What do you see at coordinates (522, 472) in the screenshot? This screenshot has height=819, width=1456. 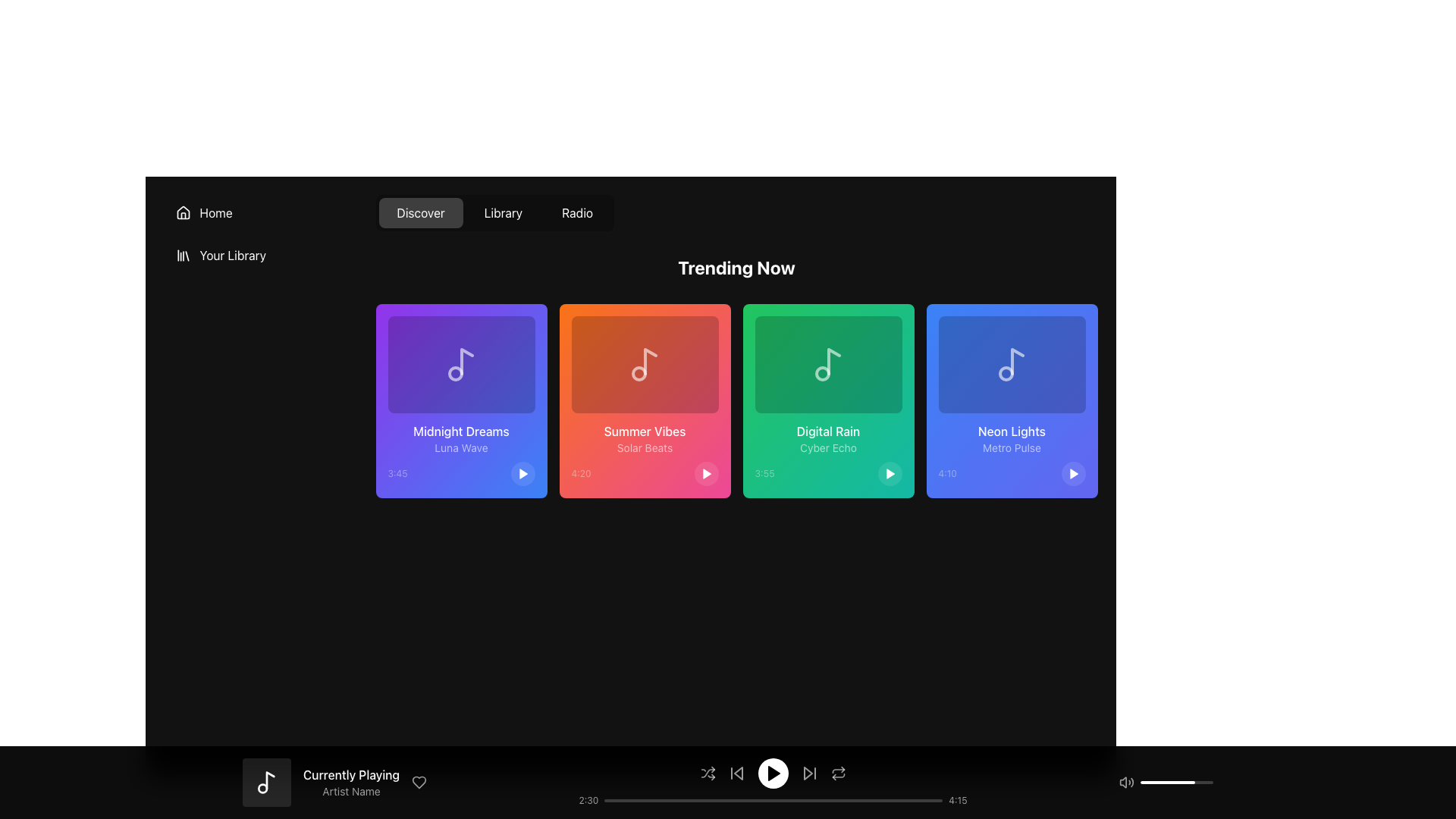 I see `the circular play button with a white background located at the bottom-right of the 'Midnight Dreams' card to play the content` at bounding box center [522, 472].